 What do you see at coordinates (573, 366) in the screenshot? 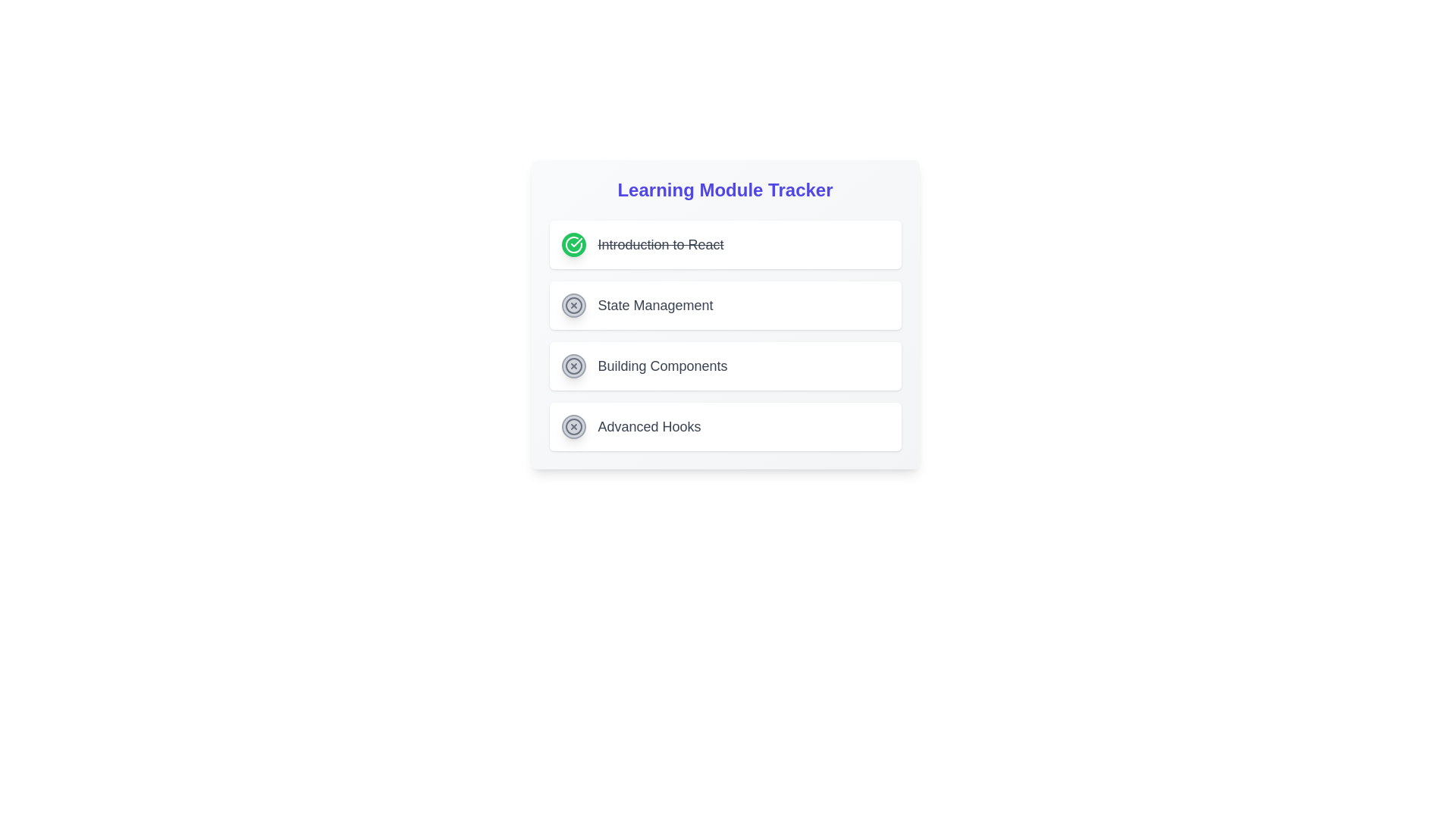
I see `the interactive circular button located to the left of the text 'Building Components'` at bounding box center [573, 366].